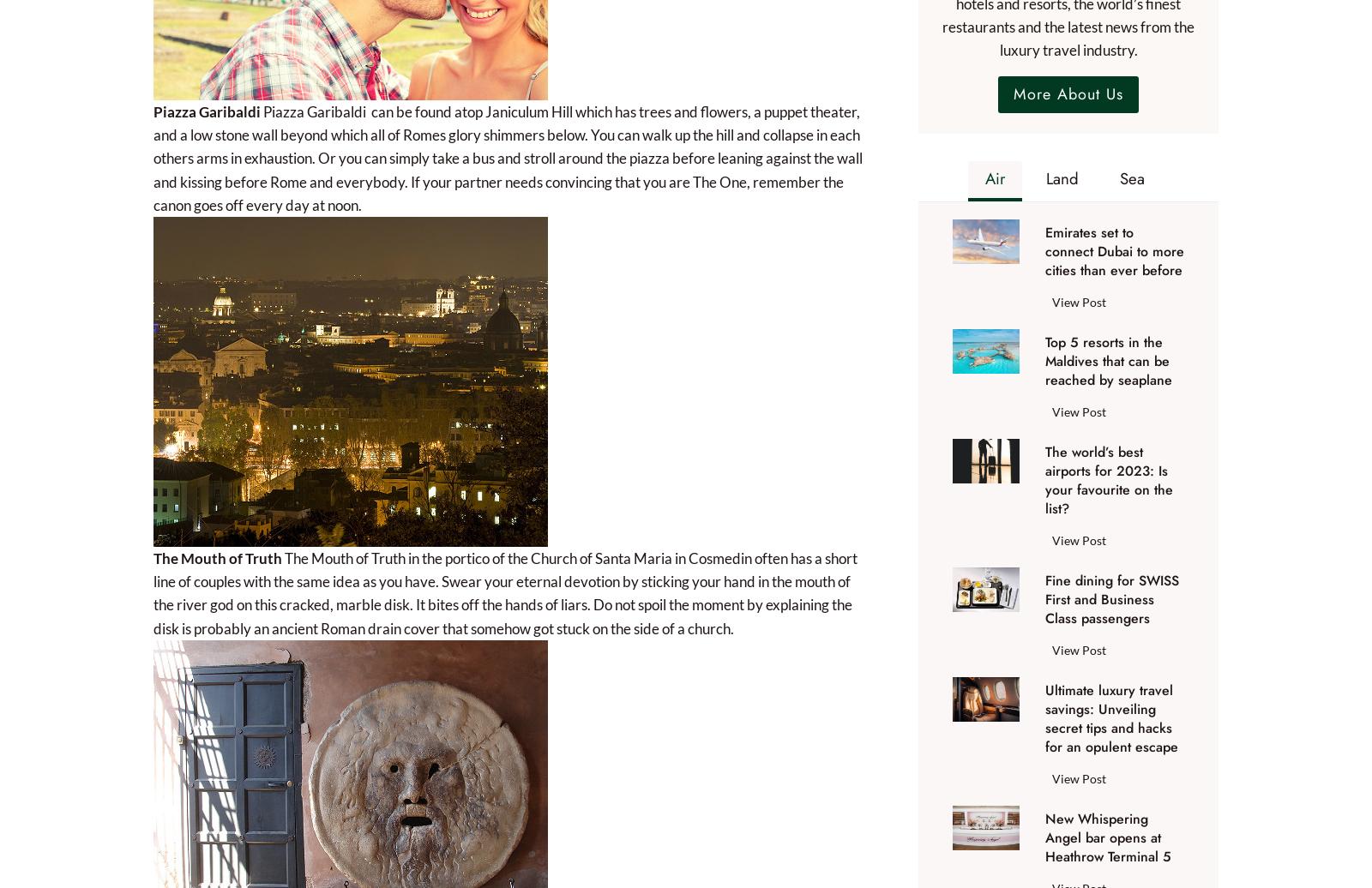  What do you see at coordinates (1107, 837) in the screenshot?
I see `'New Whispering Angel bar opens at Heathrow Terminal 5'` at bounding box center [1107, 837].